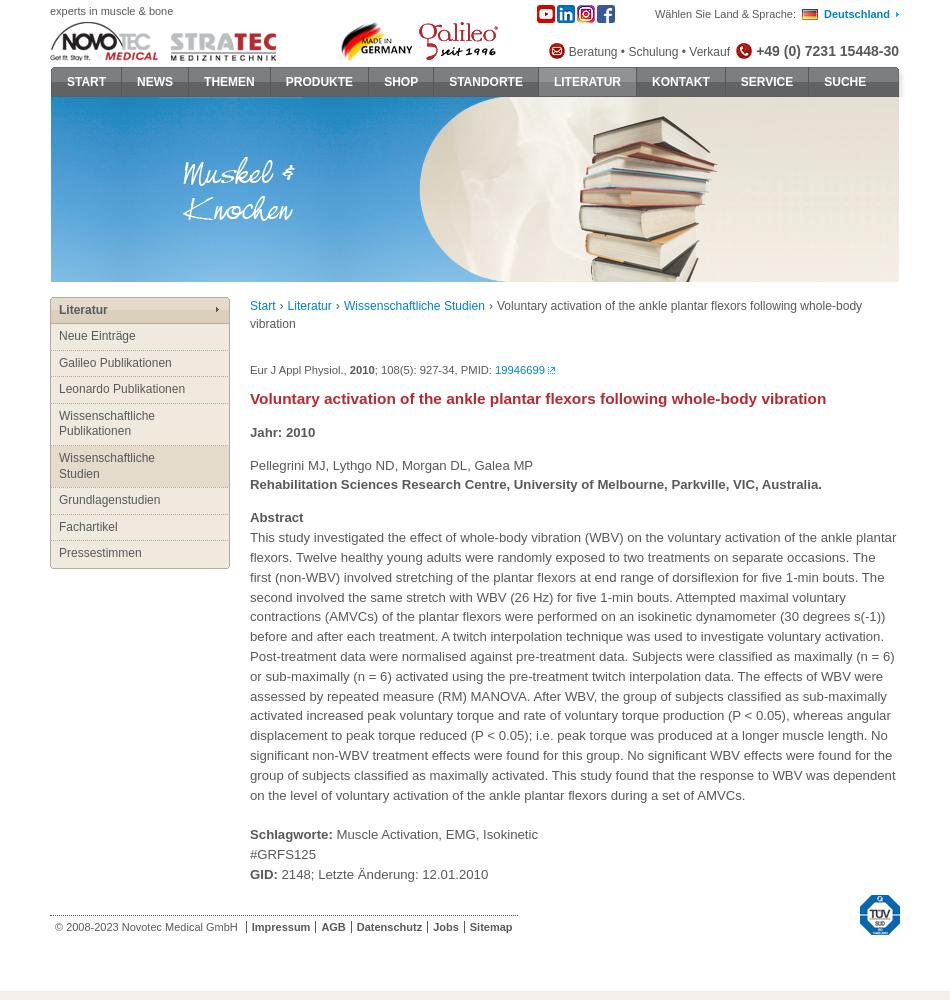  Describe the element at coordinates (249, 306) in the screenshot. I see `'Start'` at that location.